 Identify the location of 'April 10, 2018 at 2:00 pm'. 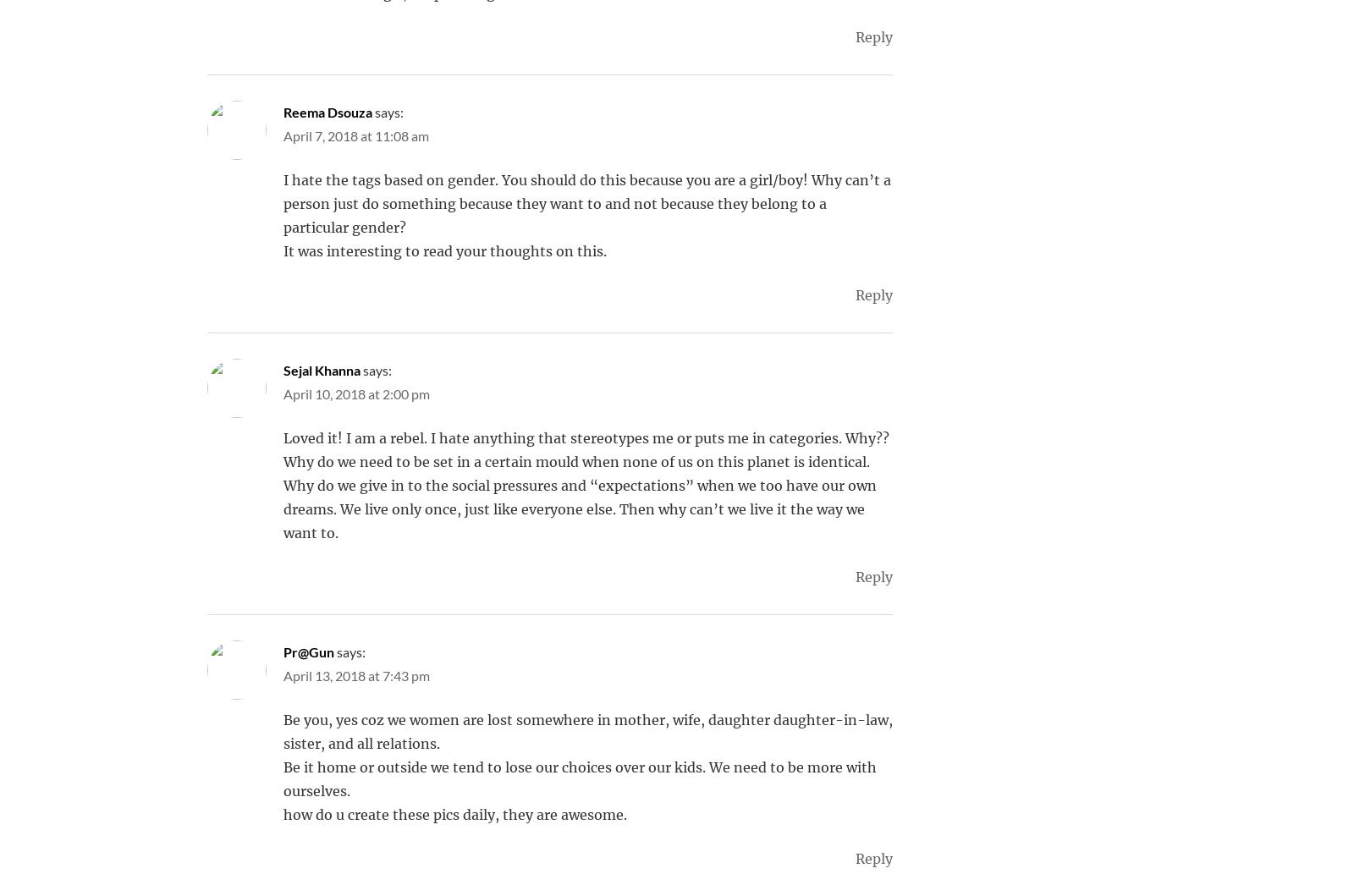
(355, 393).